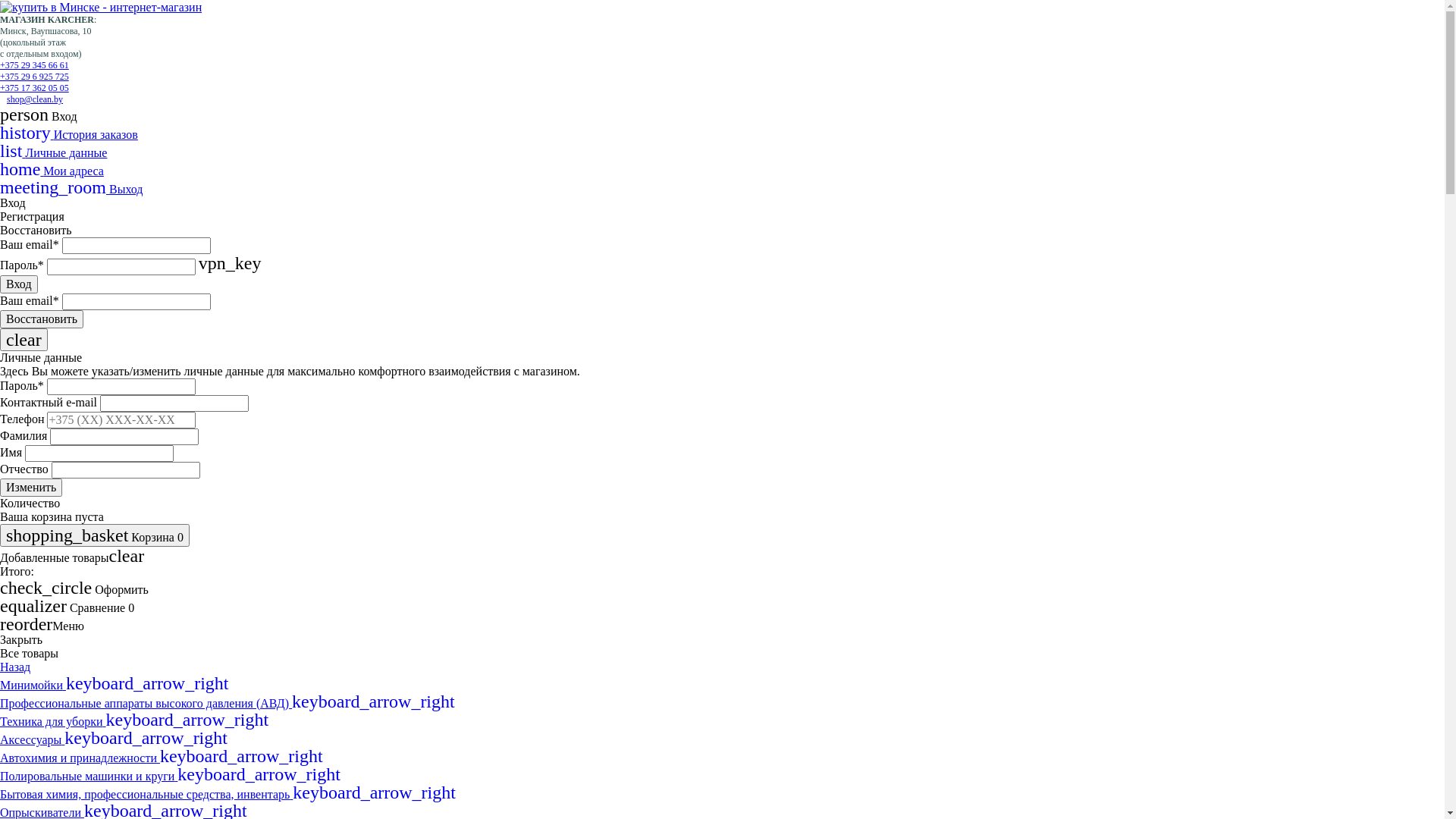  Describe the element at coordinates (34, 76) in the screenshot. I see `'+375 29 6 925 725'` at that location.